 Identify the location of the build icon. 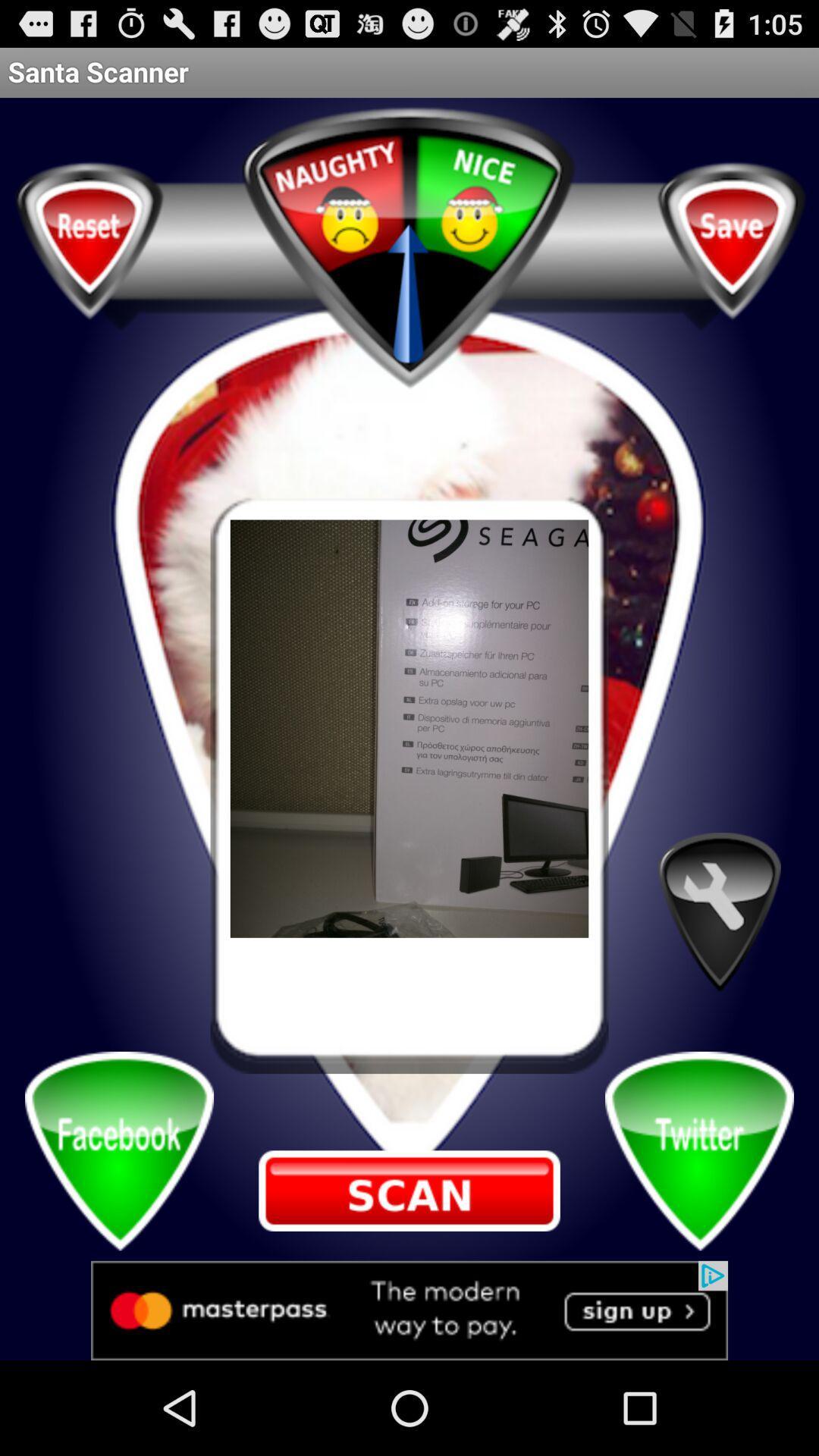
(718, 976).